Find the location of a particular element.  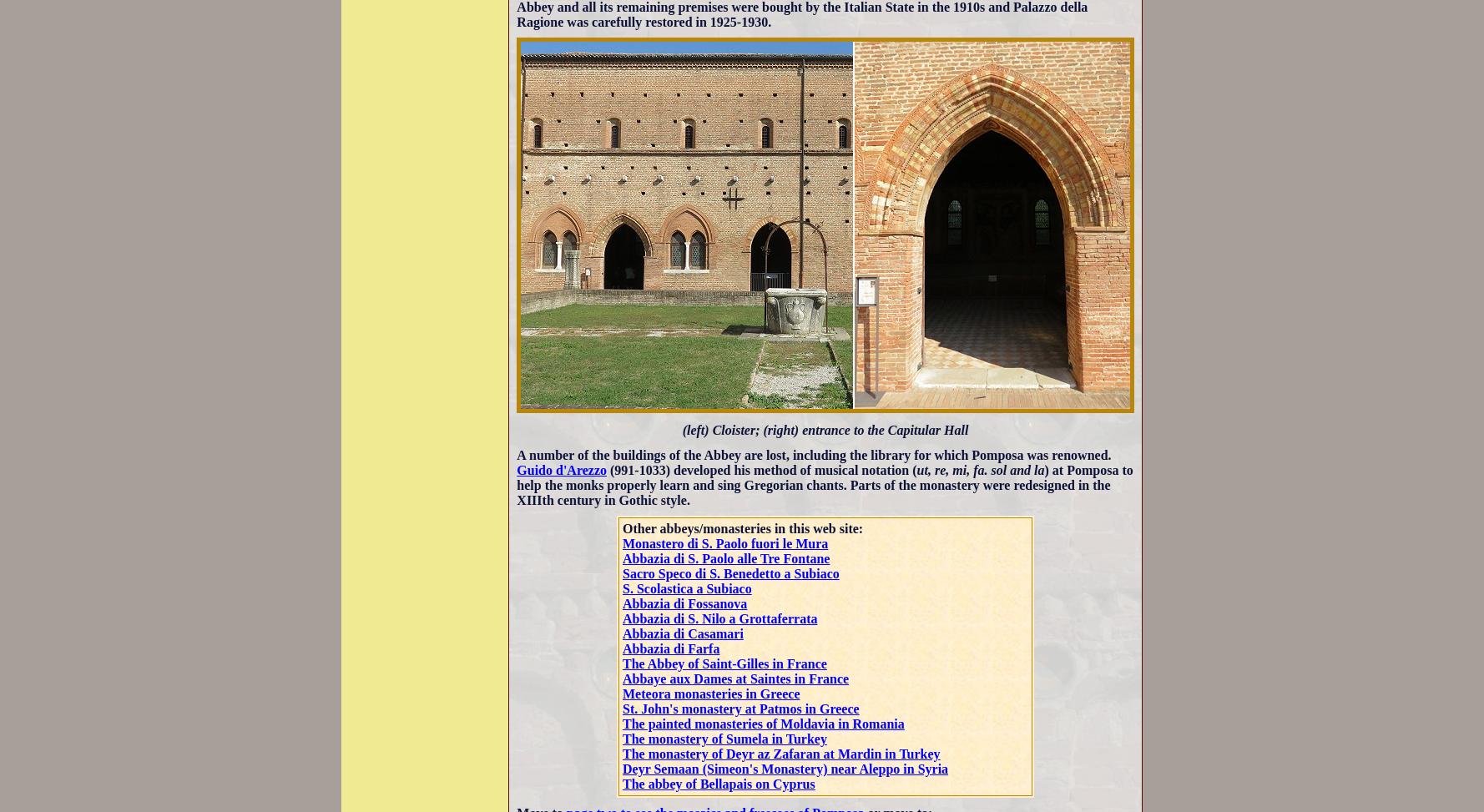

'Abbazia di Fossanova' is located at coordinates (684, 603).